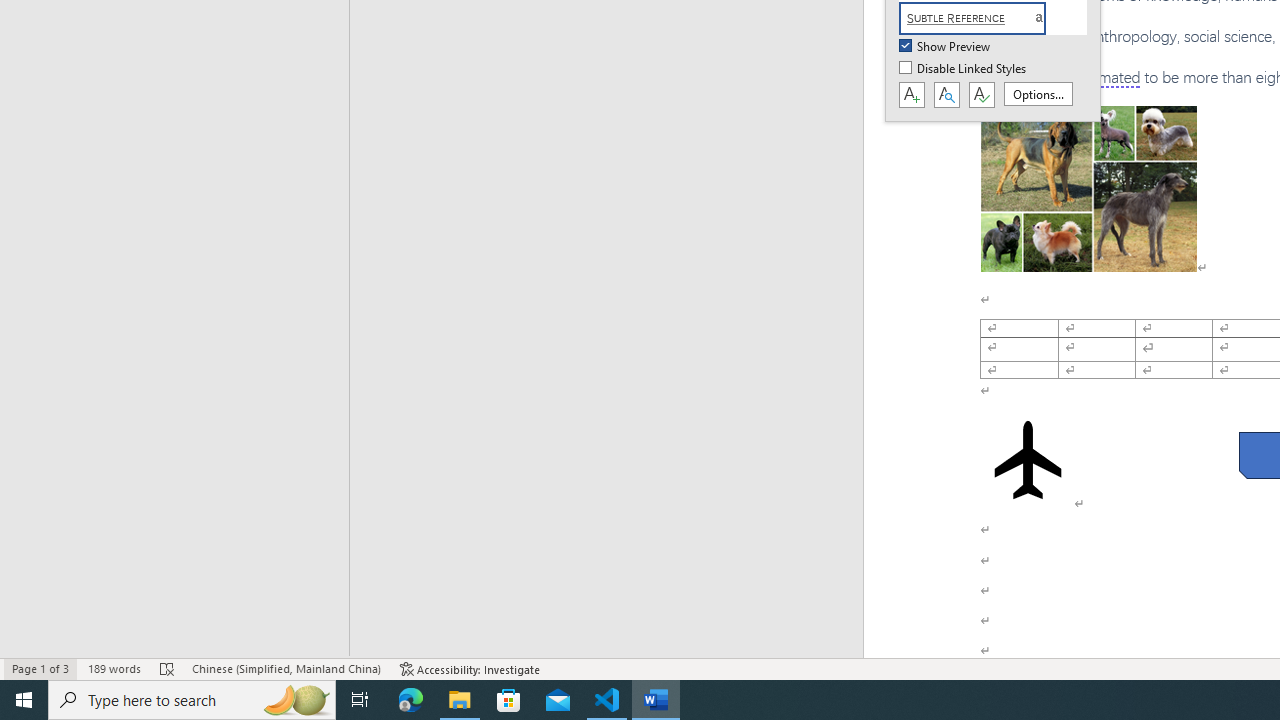  What do you see at coordinates (945, 46) in the screenshot?
I see `'Show Preview'` at bounding box center [945, 46].